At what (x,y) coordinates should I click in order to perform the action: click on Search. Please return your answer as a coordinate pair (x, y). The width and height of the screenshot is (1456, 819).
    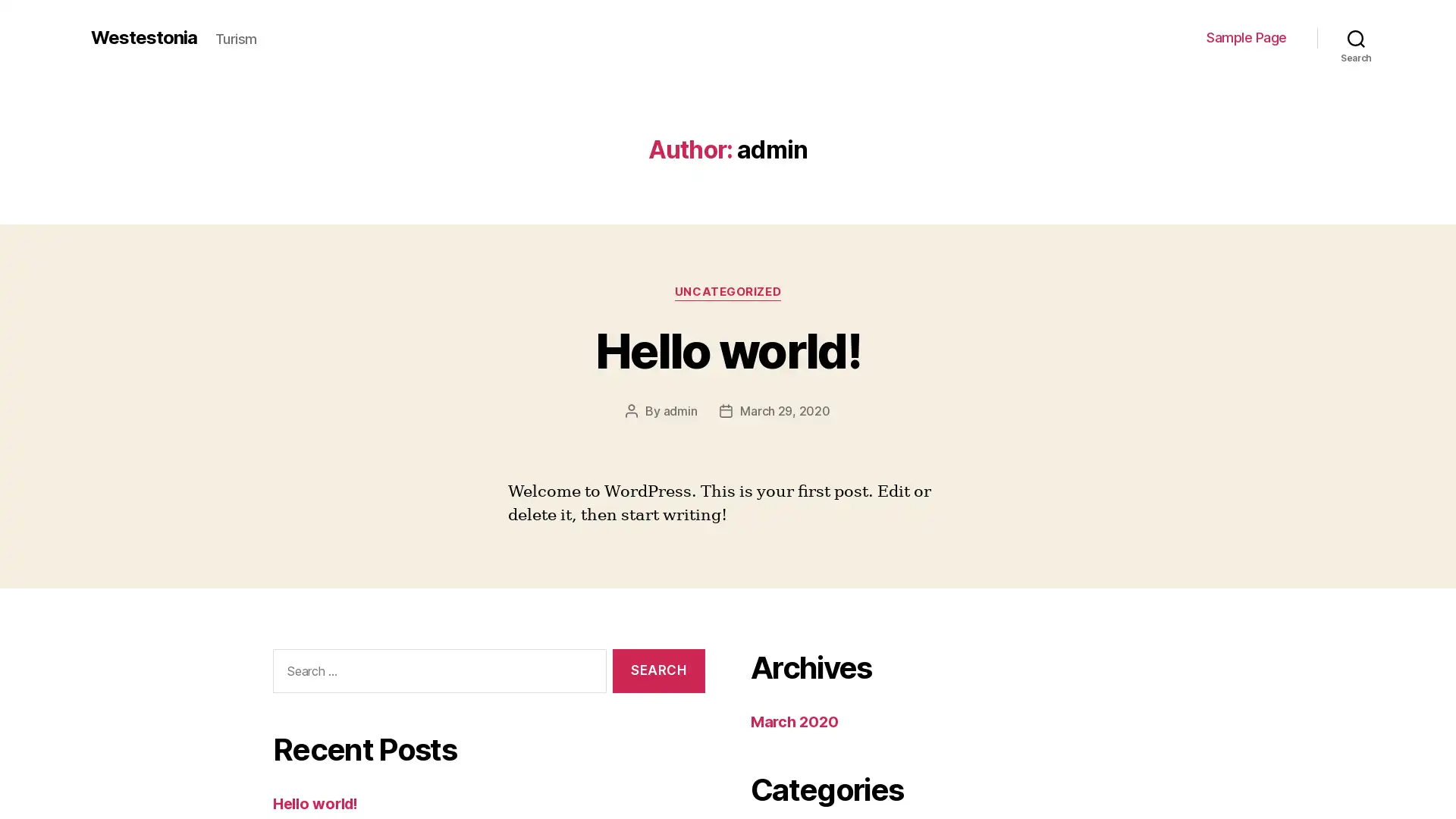
    Looking at the image, I should click on (1356, 37).